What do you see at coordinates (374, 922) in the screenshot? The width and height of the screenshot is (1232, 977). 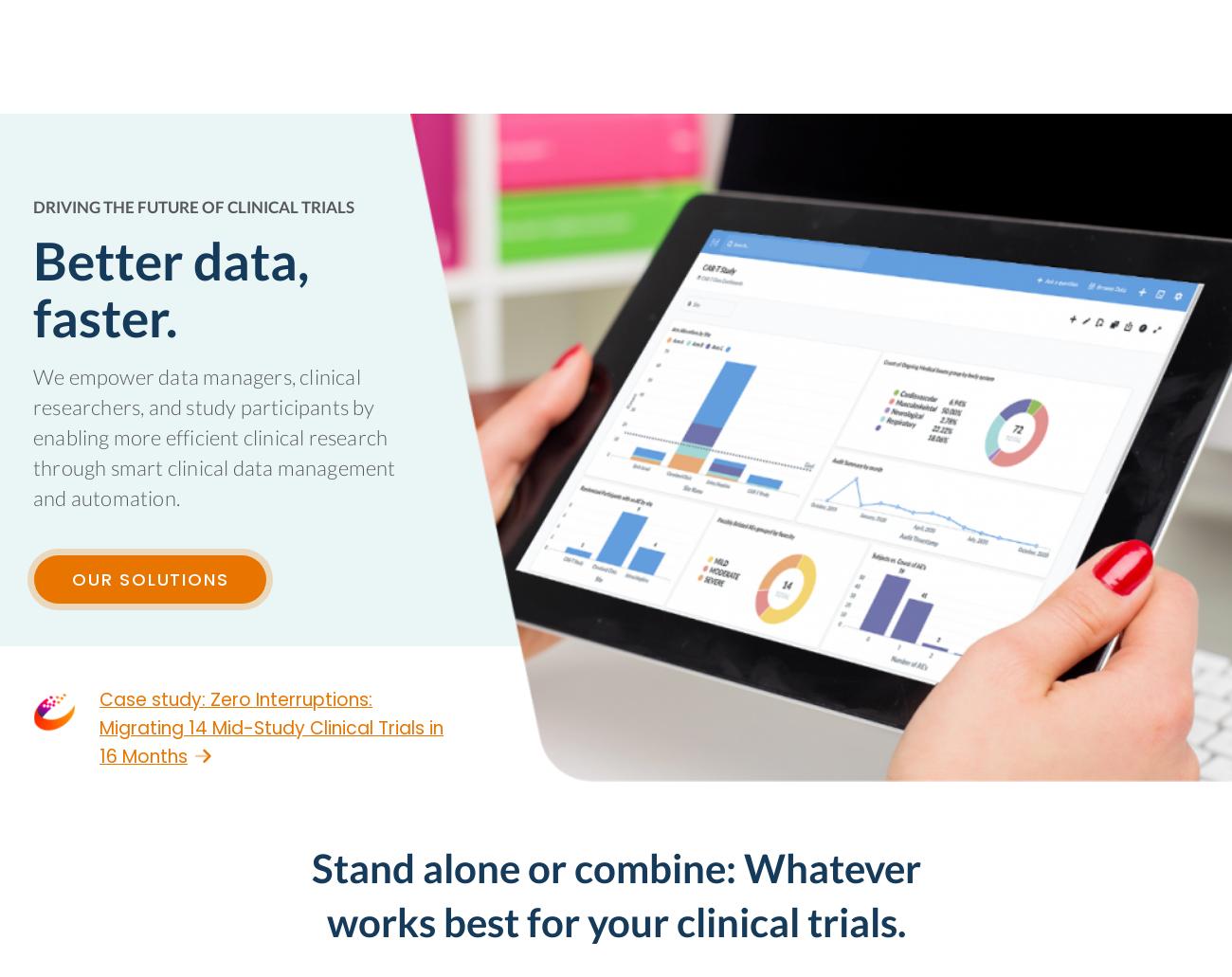 I see `'Business Email'` at bounding box center [374, 922].